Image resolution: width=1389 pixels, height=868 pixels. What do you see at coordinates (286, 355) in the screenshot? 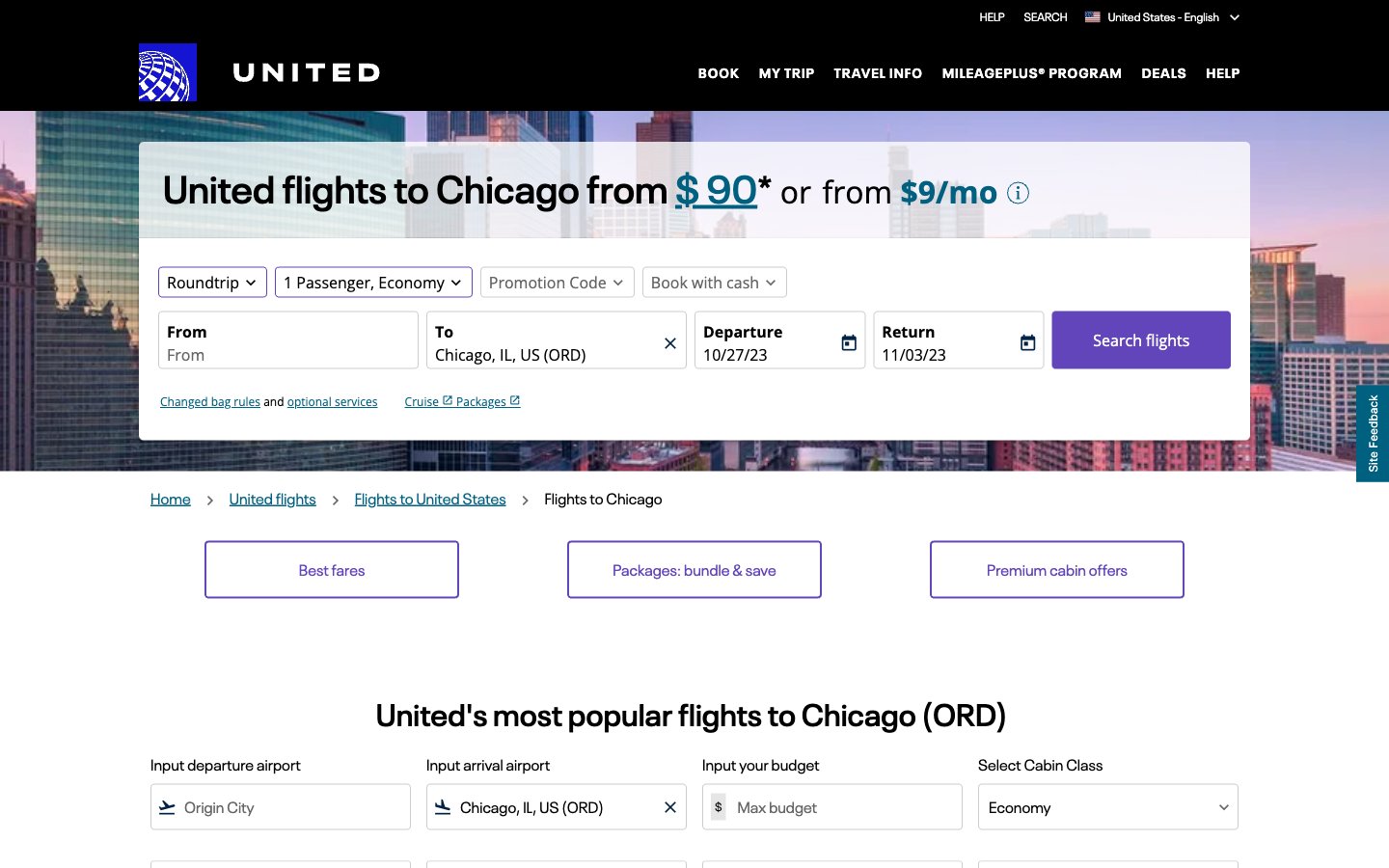
I see `Change the start point and the destination` at bounding box center [286, 355].